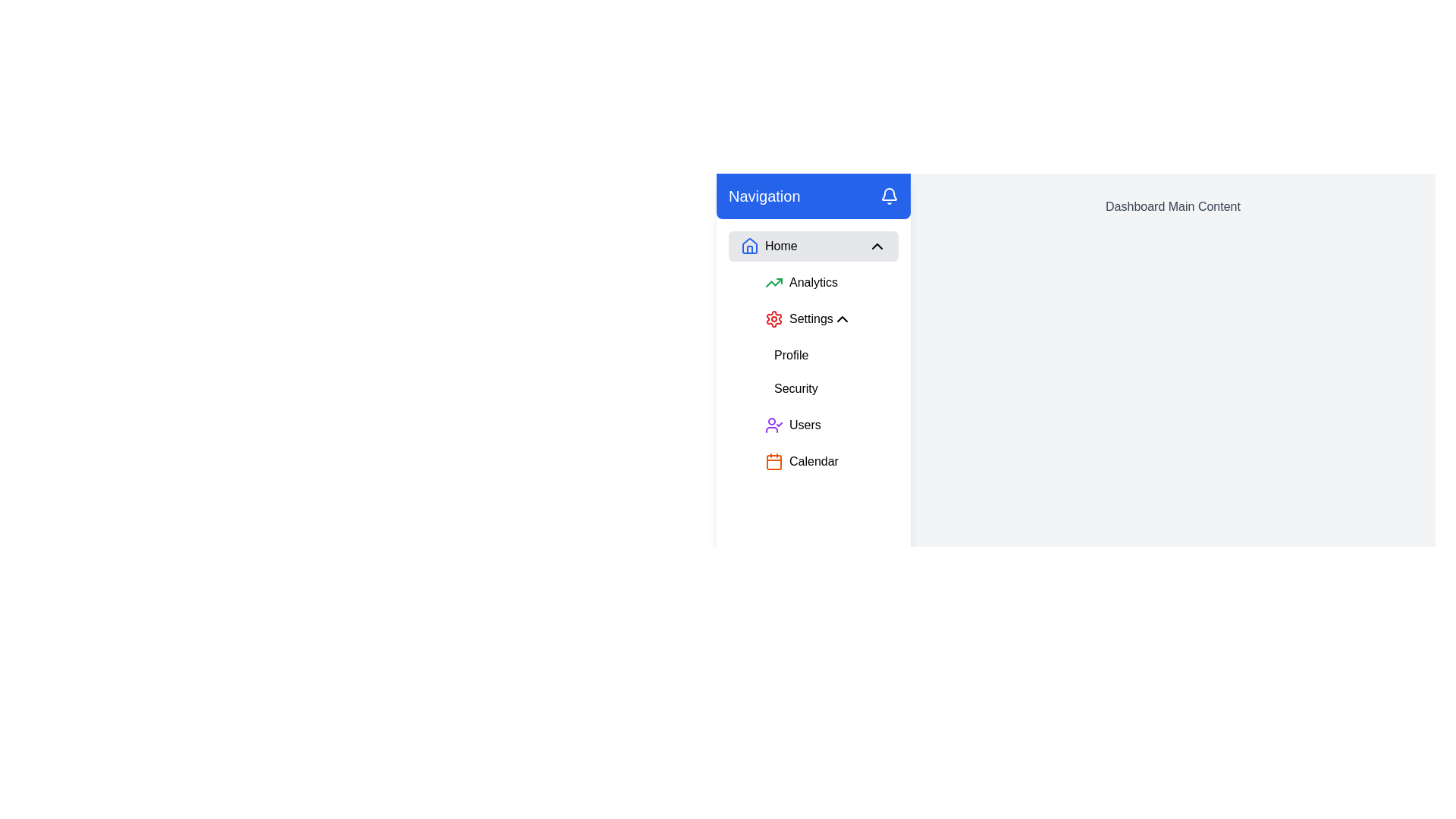 This screenshot has width=1456, height=819. Describe the element at coordinates (774, 425) in the screenshot. I see `the 'Users' navigation icon located to the left of the 'Users' text in the left navigation menu` at that location.